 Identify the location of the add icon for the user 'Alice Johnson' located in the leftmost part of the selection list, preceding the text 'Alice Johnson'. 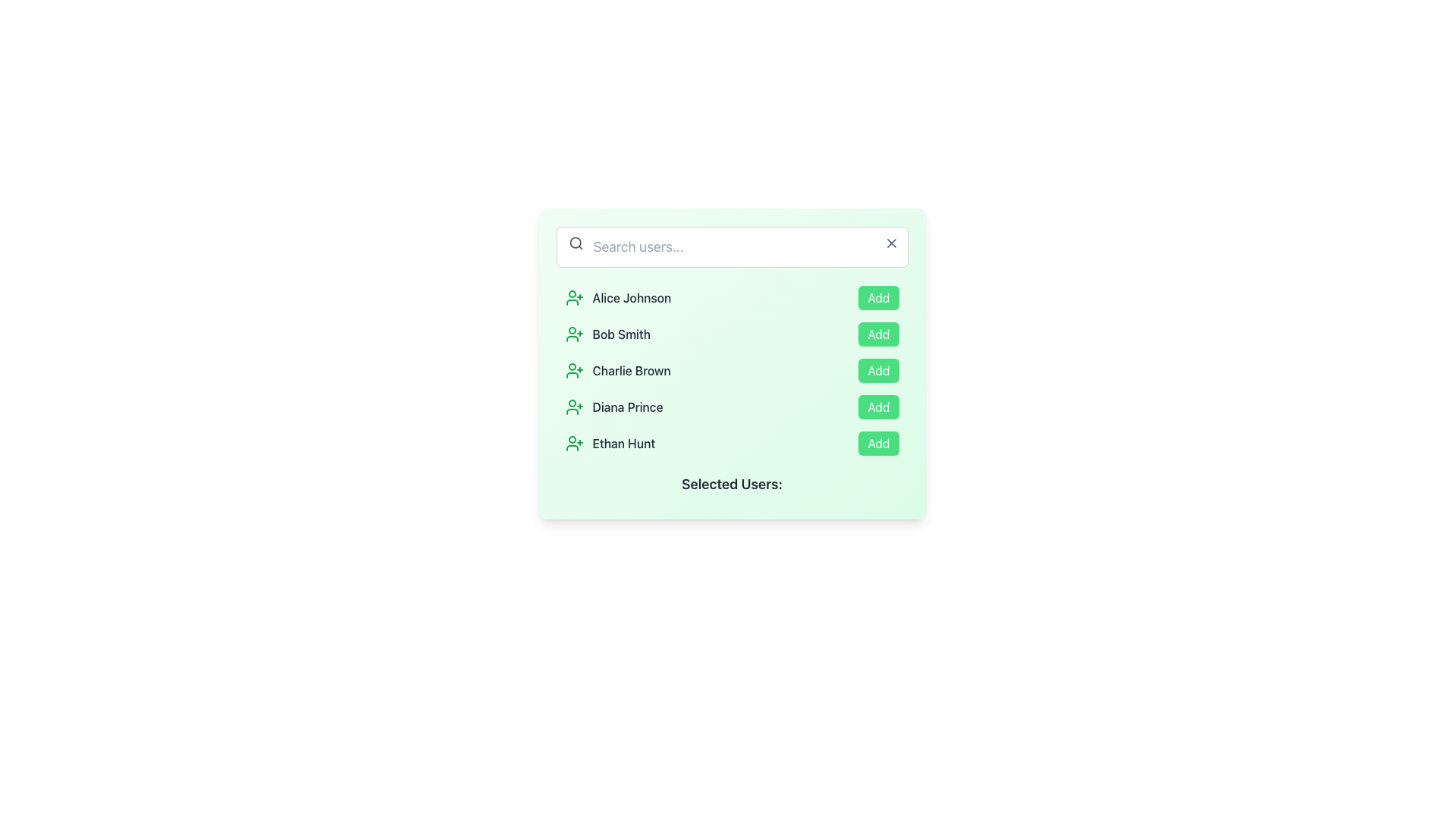
(573, 298).